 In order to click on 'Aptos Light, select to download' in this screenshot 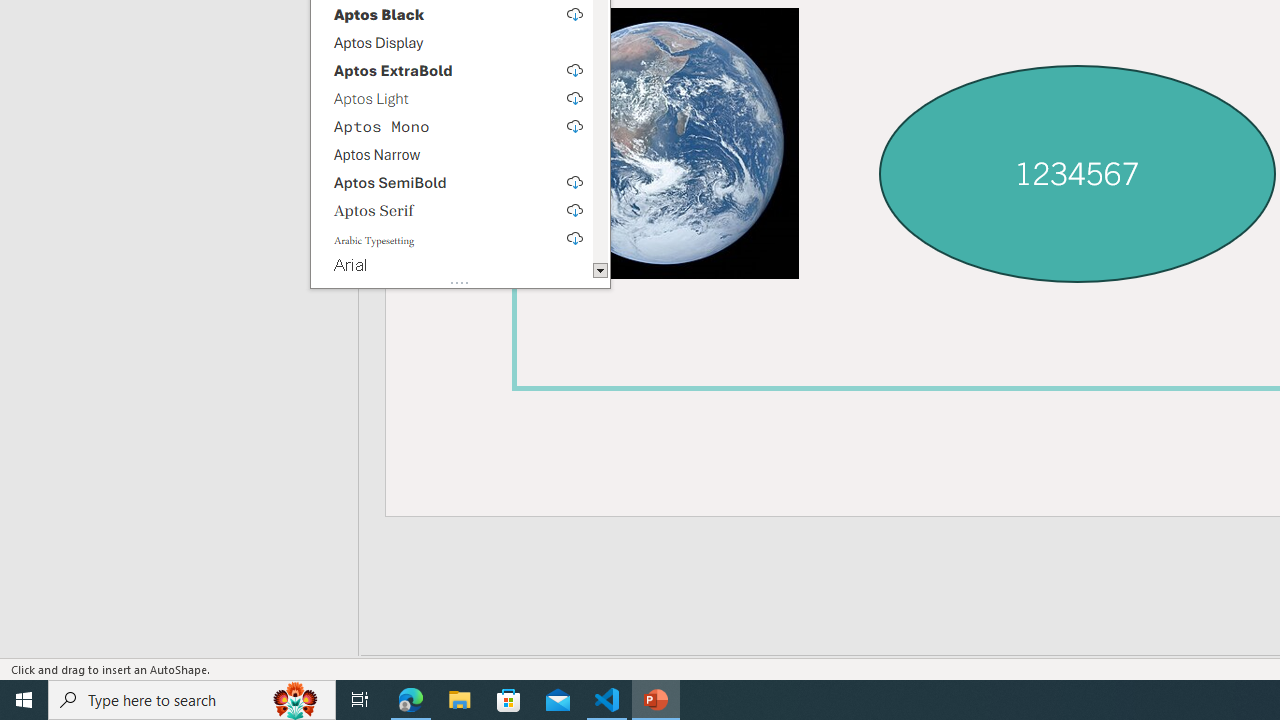, I will do `click(450, 98)`.